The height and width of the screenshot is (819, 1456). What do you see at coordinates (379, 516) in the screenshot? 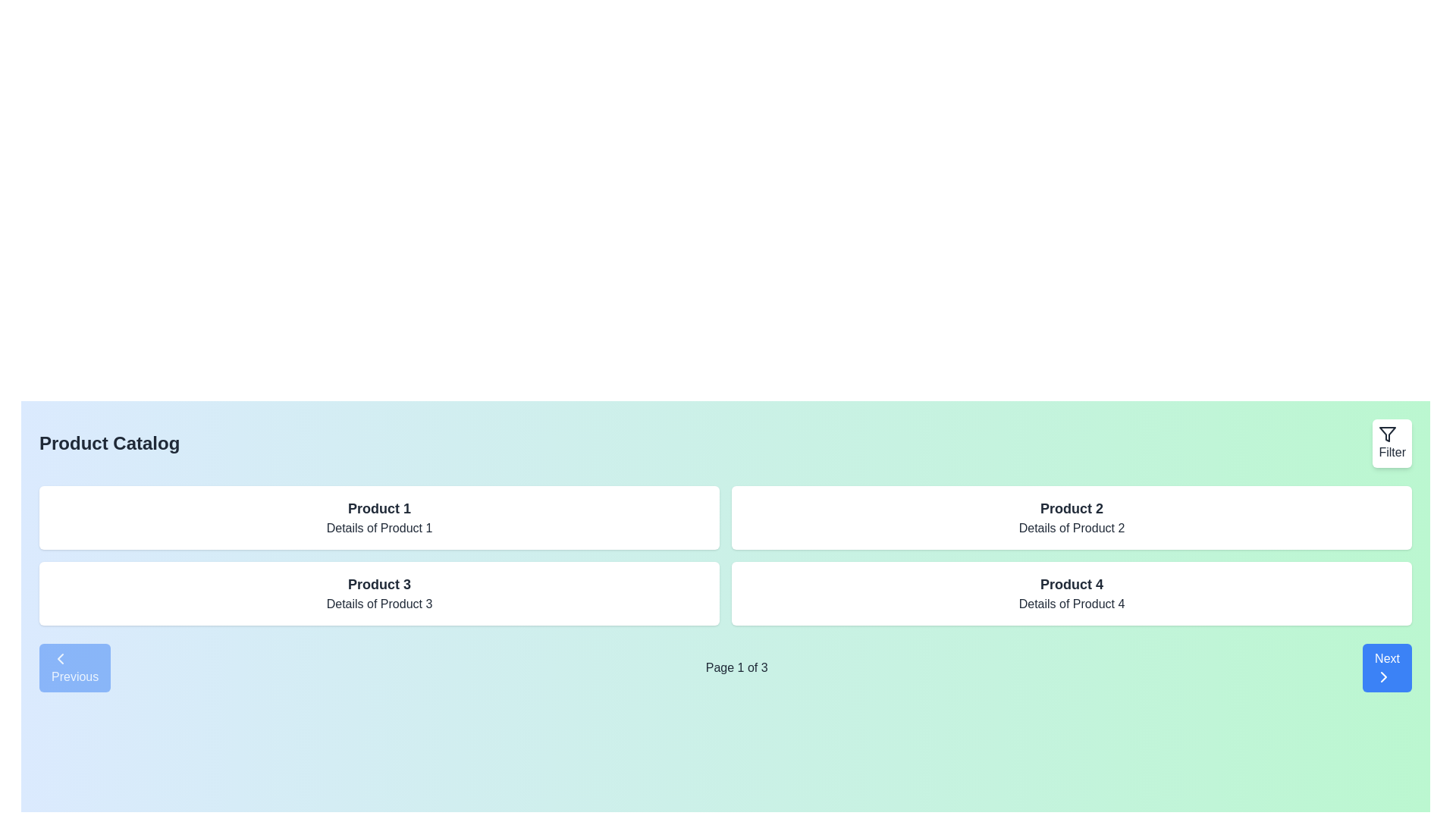
I see `the product by clicking on the product listing card located at the top-left corner of the grid layout` at bounding box center [379, 516].